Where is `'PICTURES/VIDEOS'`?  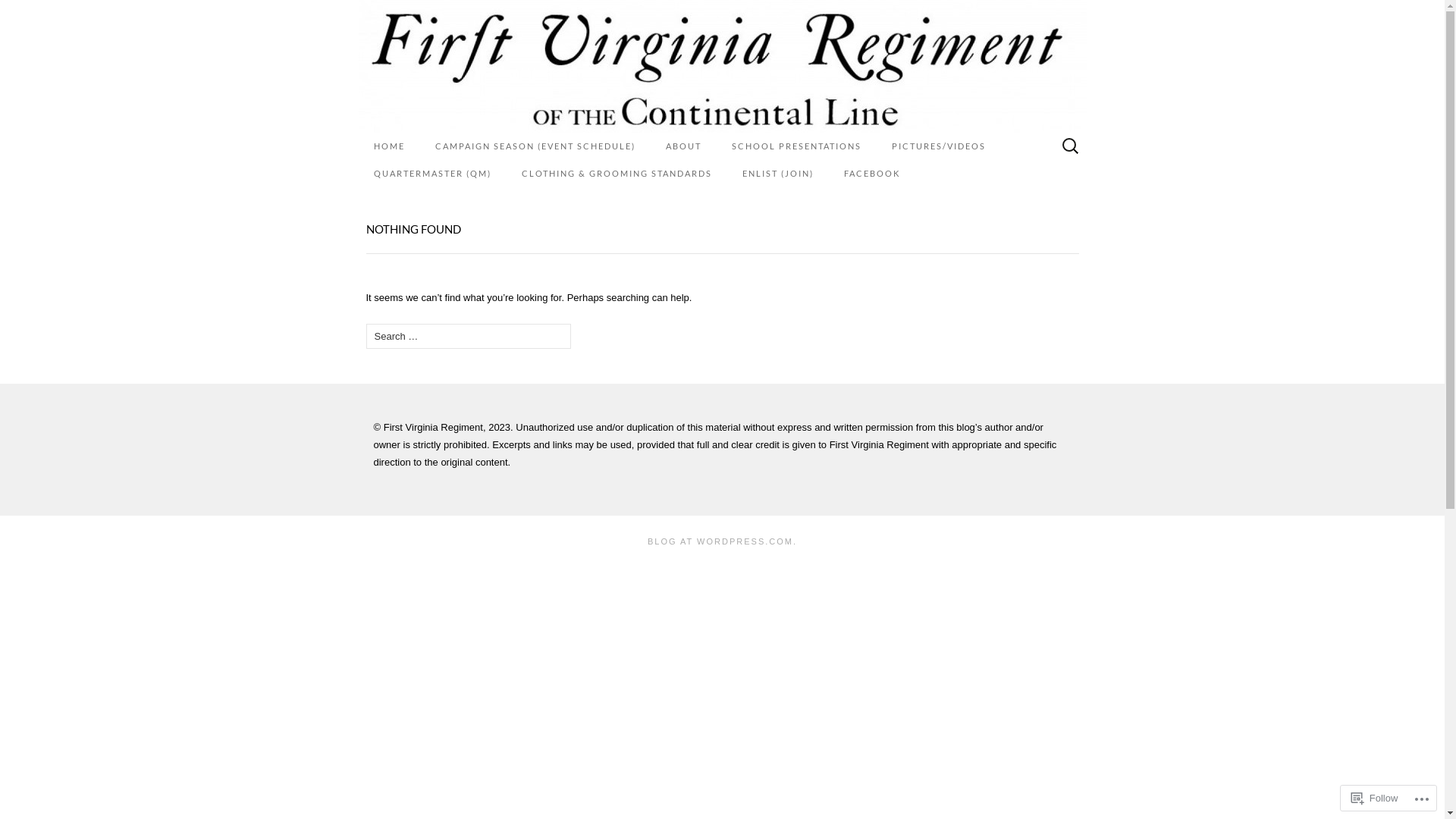 'PICTURES/VIDEOS' is located at coordinates (938, 146).